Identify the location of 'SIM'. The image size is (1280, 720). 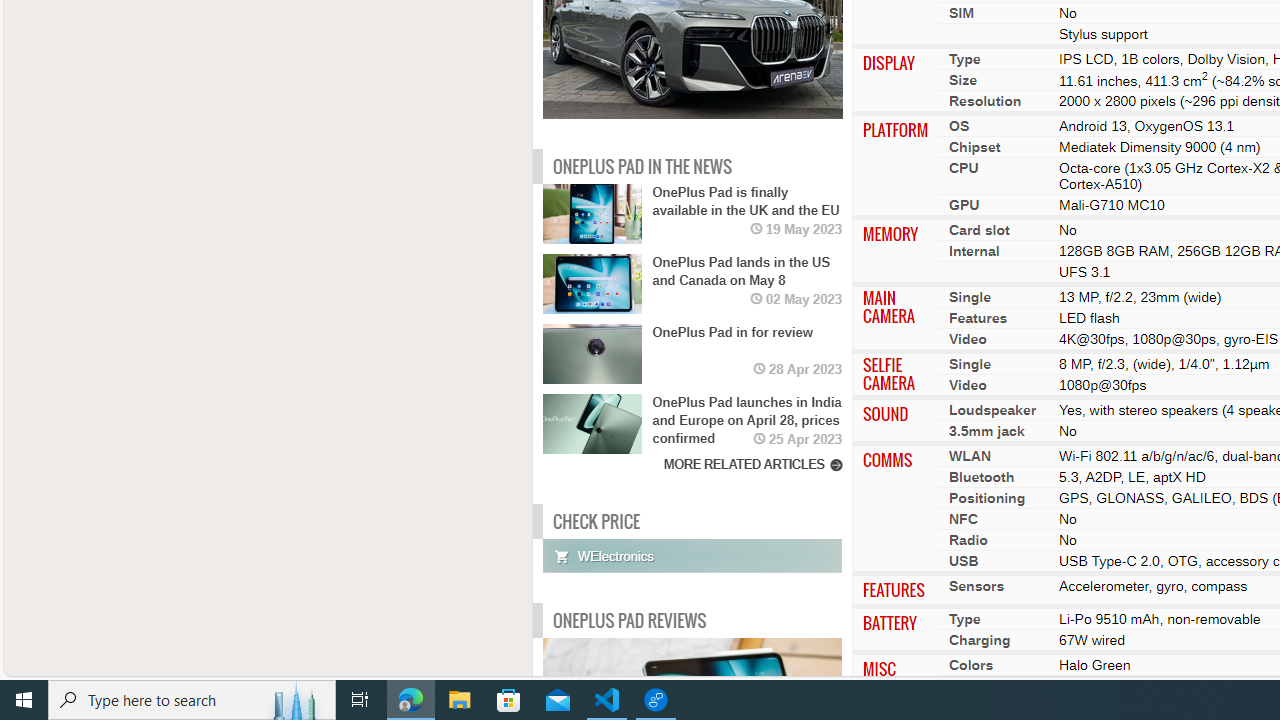
(961, 12).